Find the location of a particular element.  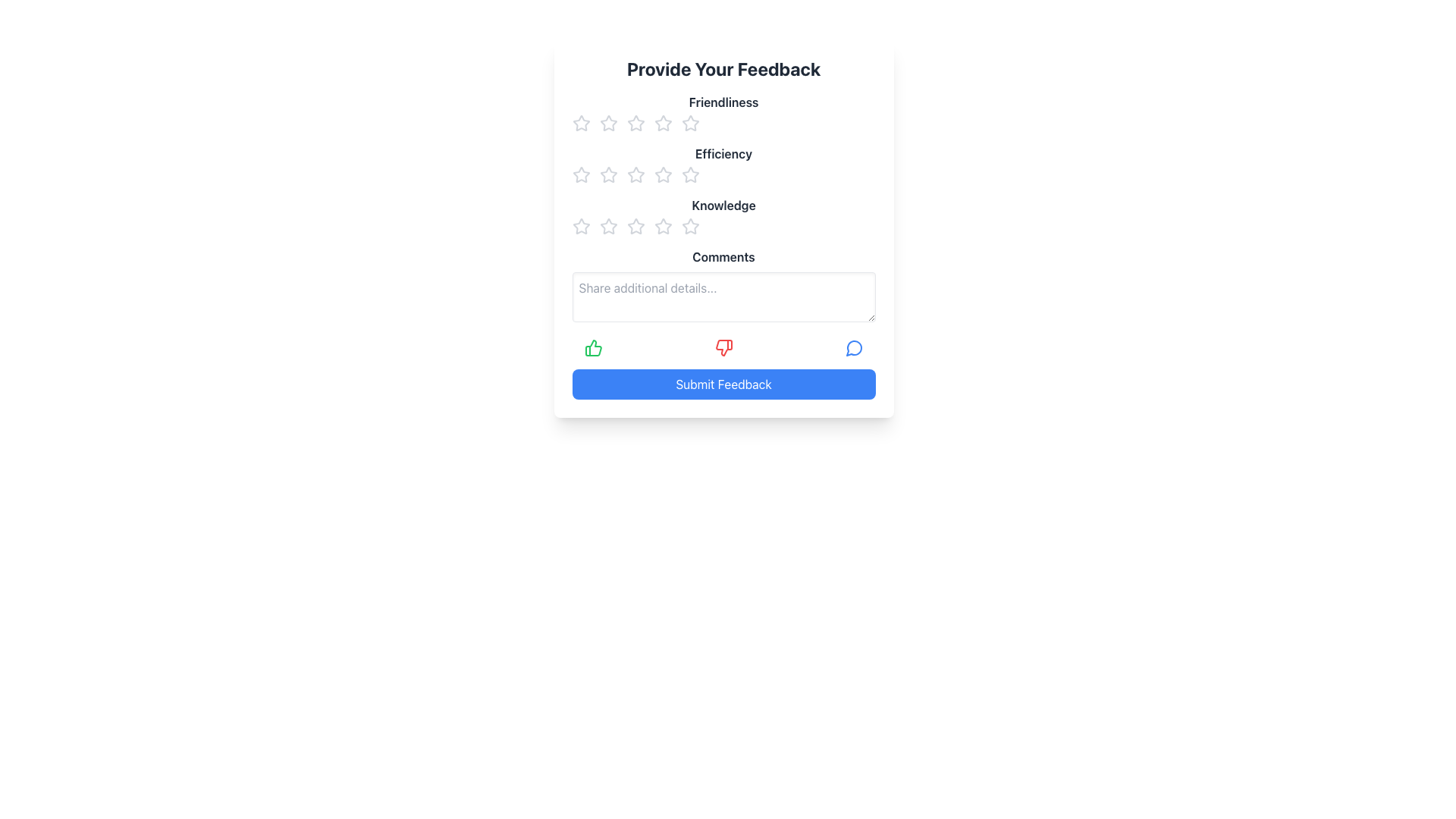

the label element that provides context for the multiline text input field in the feedback form layout, located in the lower portion of the form is located at coordinates (723, 256).